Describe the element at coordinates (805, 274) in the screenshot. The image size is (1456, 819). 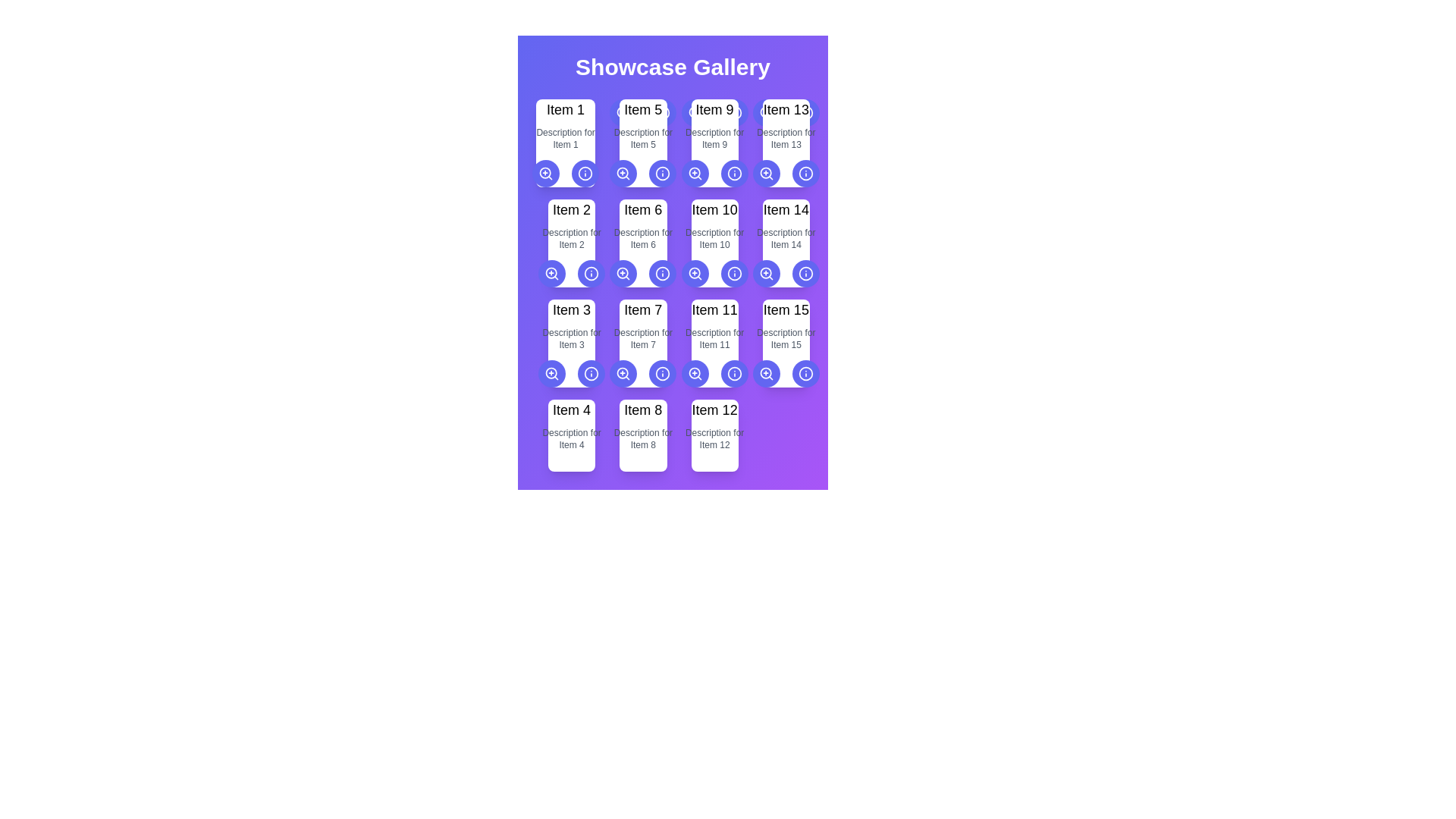
I see `the circular button with an indigo background and an 'i' inside, located in the bottom-right corner of the 'Item 14' card, to observe style changes` at that location.